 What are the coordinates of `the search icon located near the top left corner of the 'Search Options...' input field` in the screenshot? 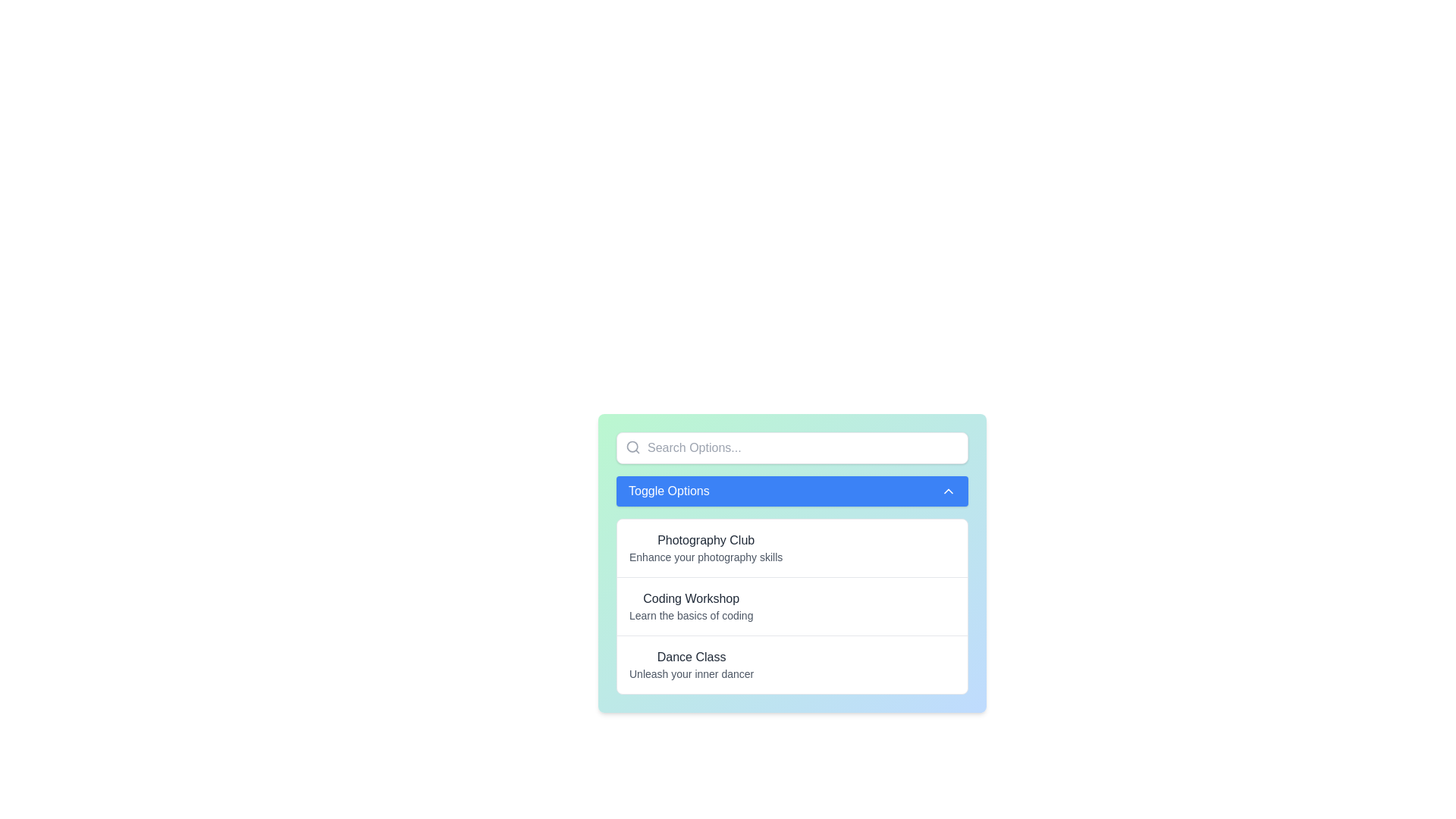 It's located at (633, 447).